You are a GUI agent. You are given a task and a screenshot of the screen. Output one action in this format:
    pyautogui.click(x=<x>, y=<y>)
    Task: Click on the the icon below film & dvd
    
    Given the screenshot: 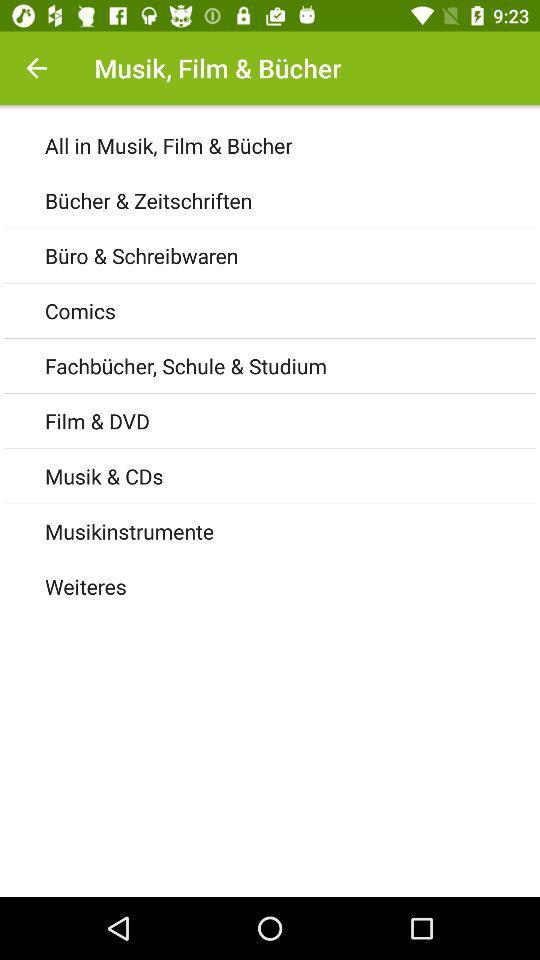 What is the action you would take?
    pyautogui.click(x=291, y=476)
    